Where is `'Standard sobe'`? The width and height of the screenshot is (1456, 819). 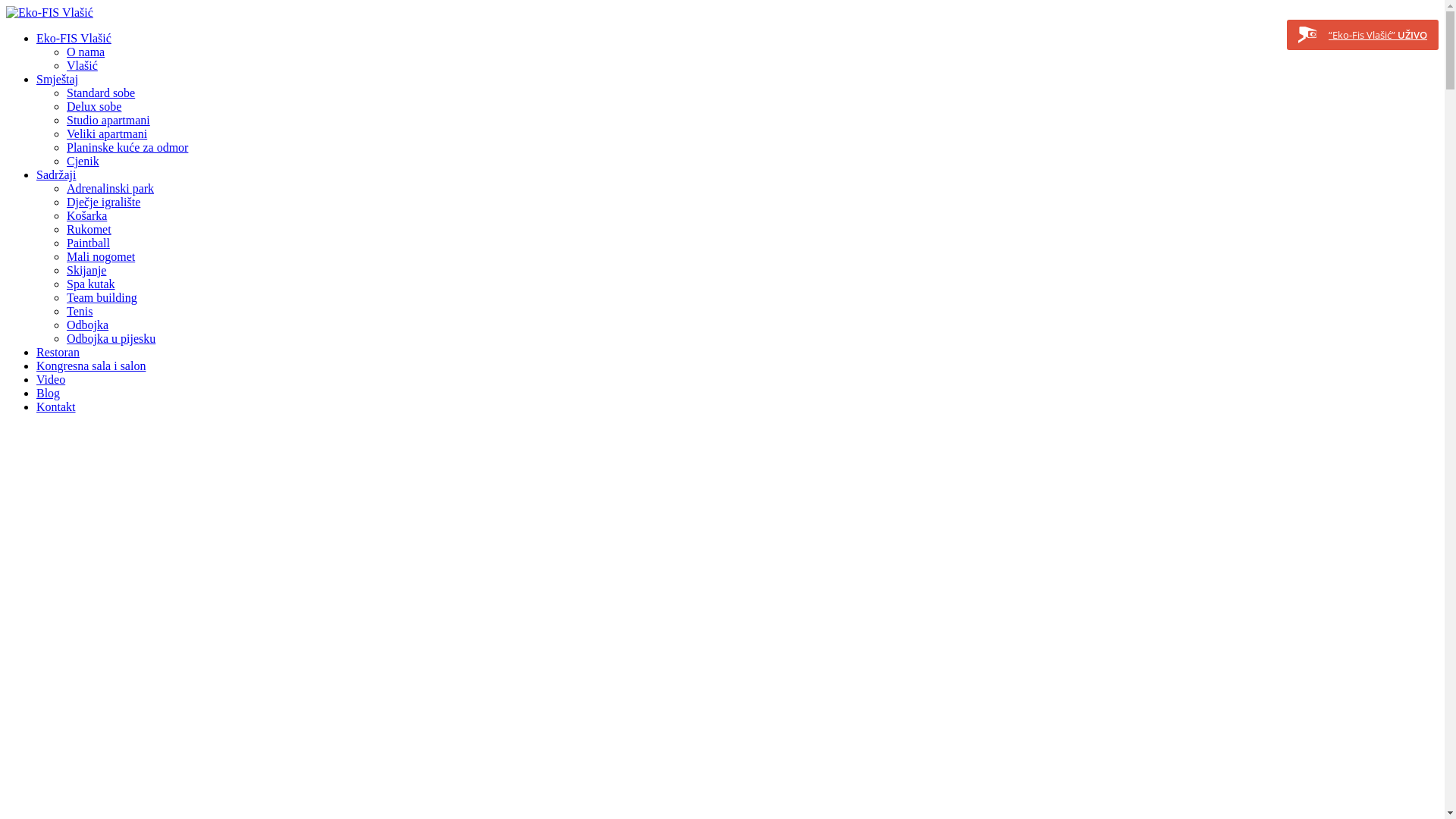 'Standard sobe' is located at coordinates (100, 93).